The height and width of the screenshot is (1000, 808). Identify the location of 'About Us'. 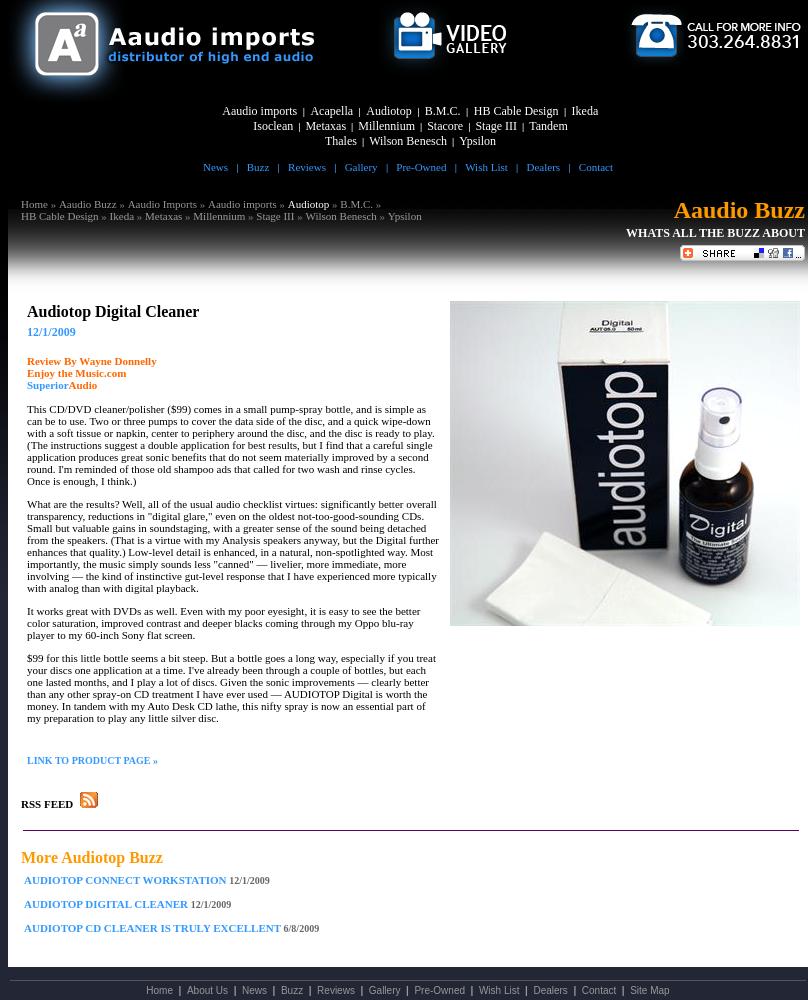
(207, 989).